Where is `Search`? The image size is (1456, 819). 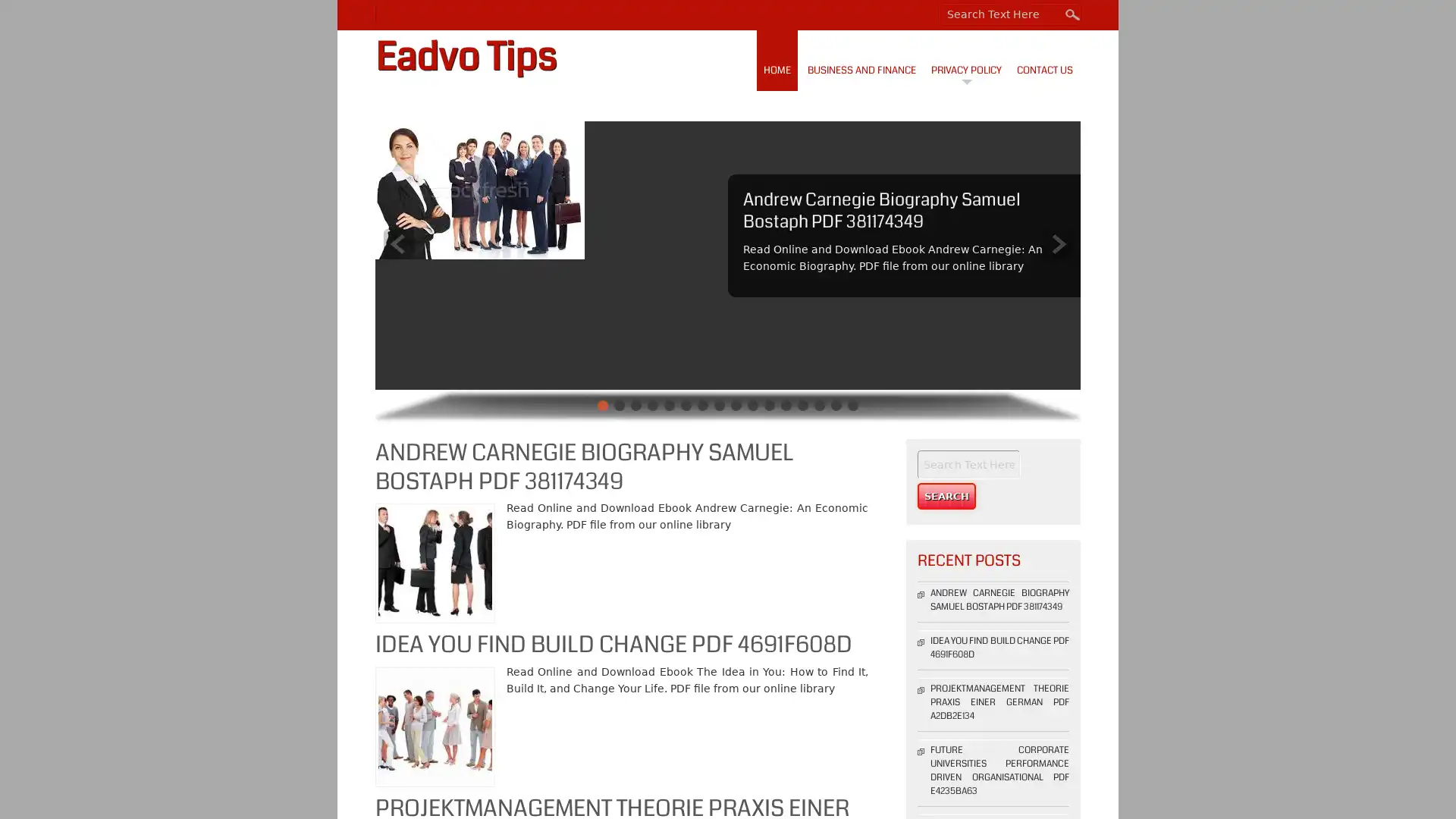 Search is located at coordinates (946, 496).